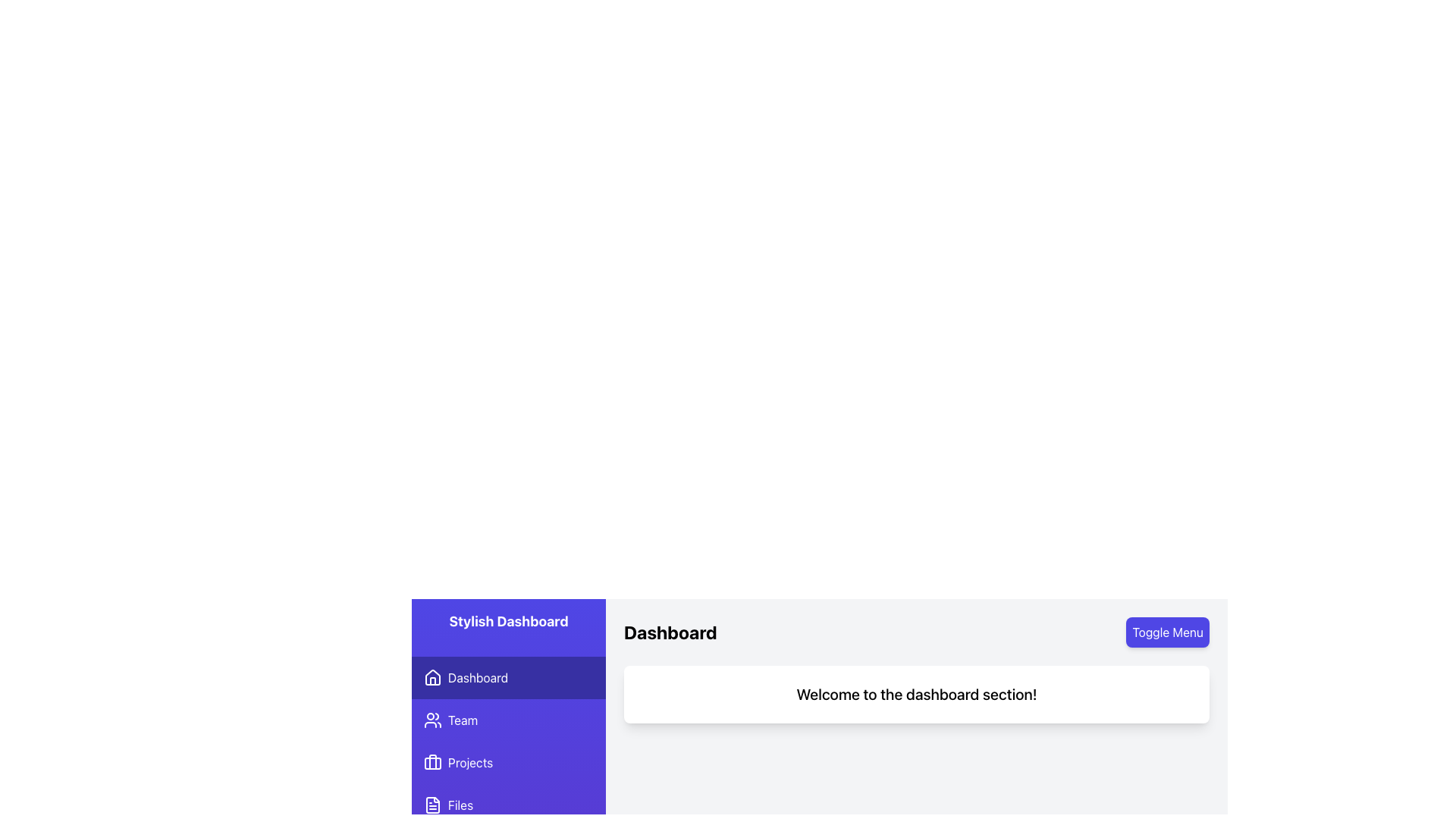  I want to click on the vertical line within the briefcase icon located in the left-hand sidebar menu under the 'Projects' section, so click(432, 762).